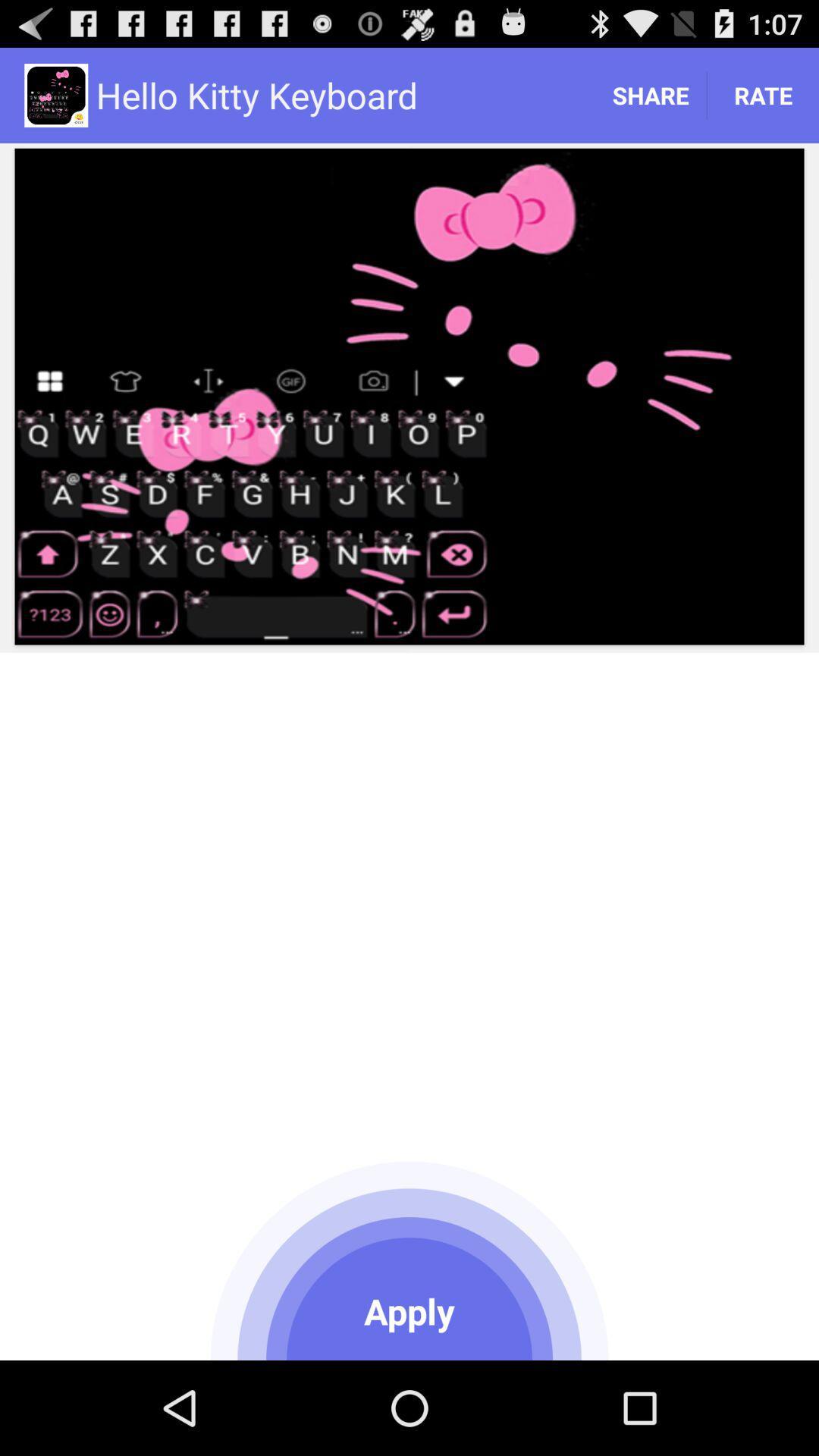  Describe the element at coordinates (763, 94) in the screenshot. I see `the rate` at that location.